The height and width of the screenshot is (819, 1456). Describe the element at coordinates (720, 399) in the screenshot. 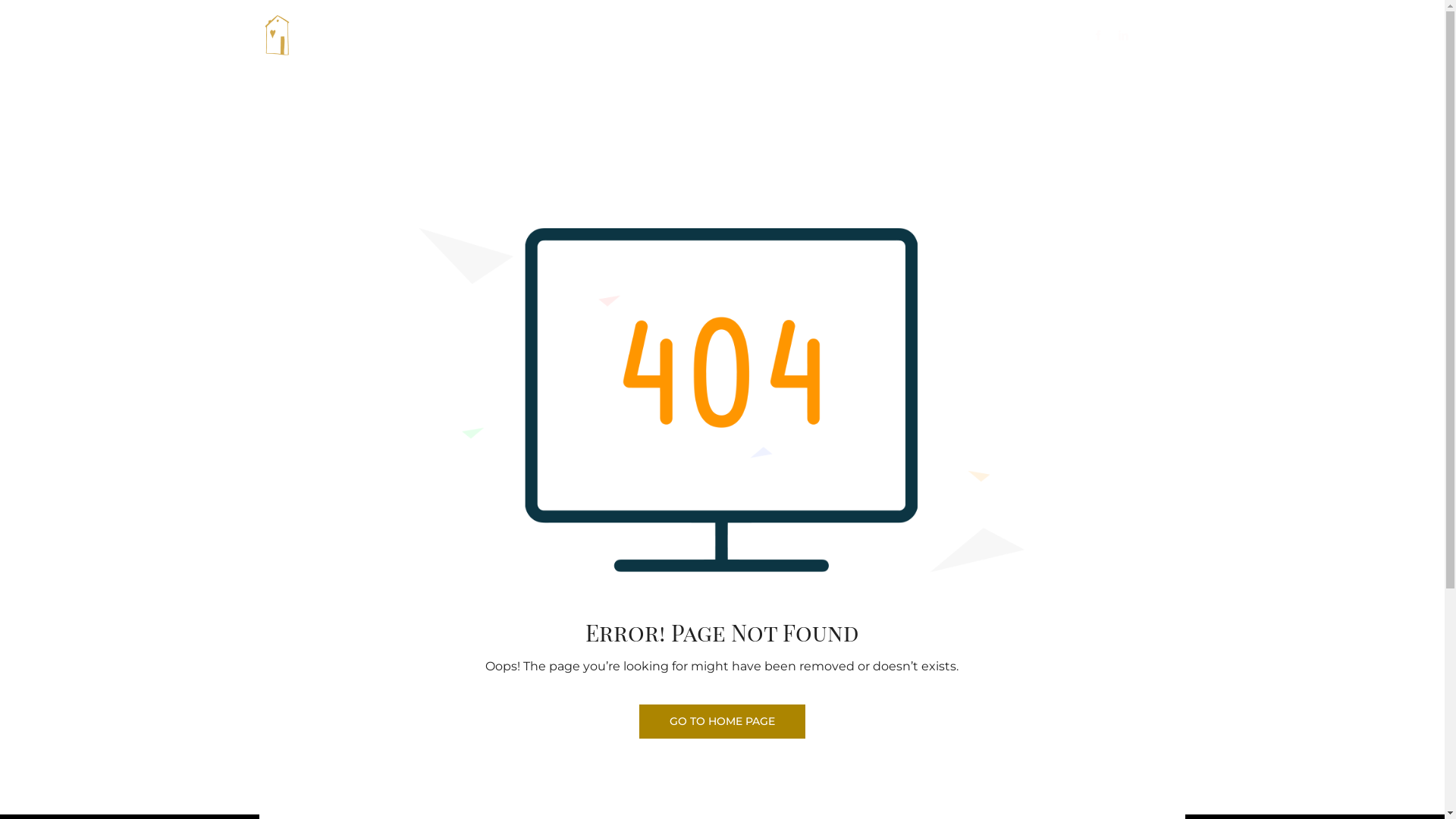

I see `'404-not-found-error'` at that location.